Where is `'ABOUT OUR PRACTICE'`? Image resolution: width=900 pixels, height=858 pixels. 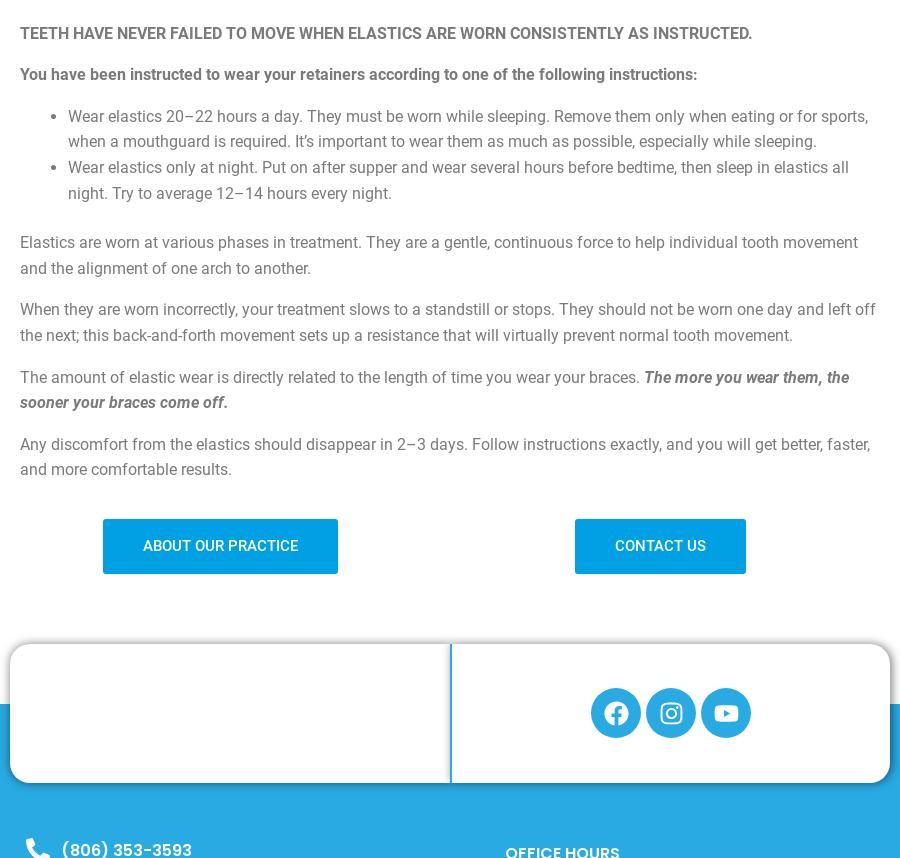
'ABOUT OUR PRACTICE' is located at coordinates (219, 545).